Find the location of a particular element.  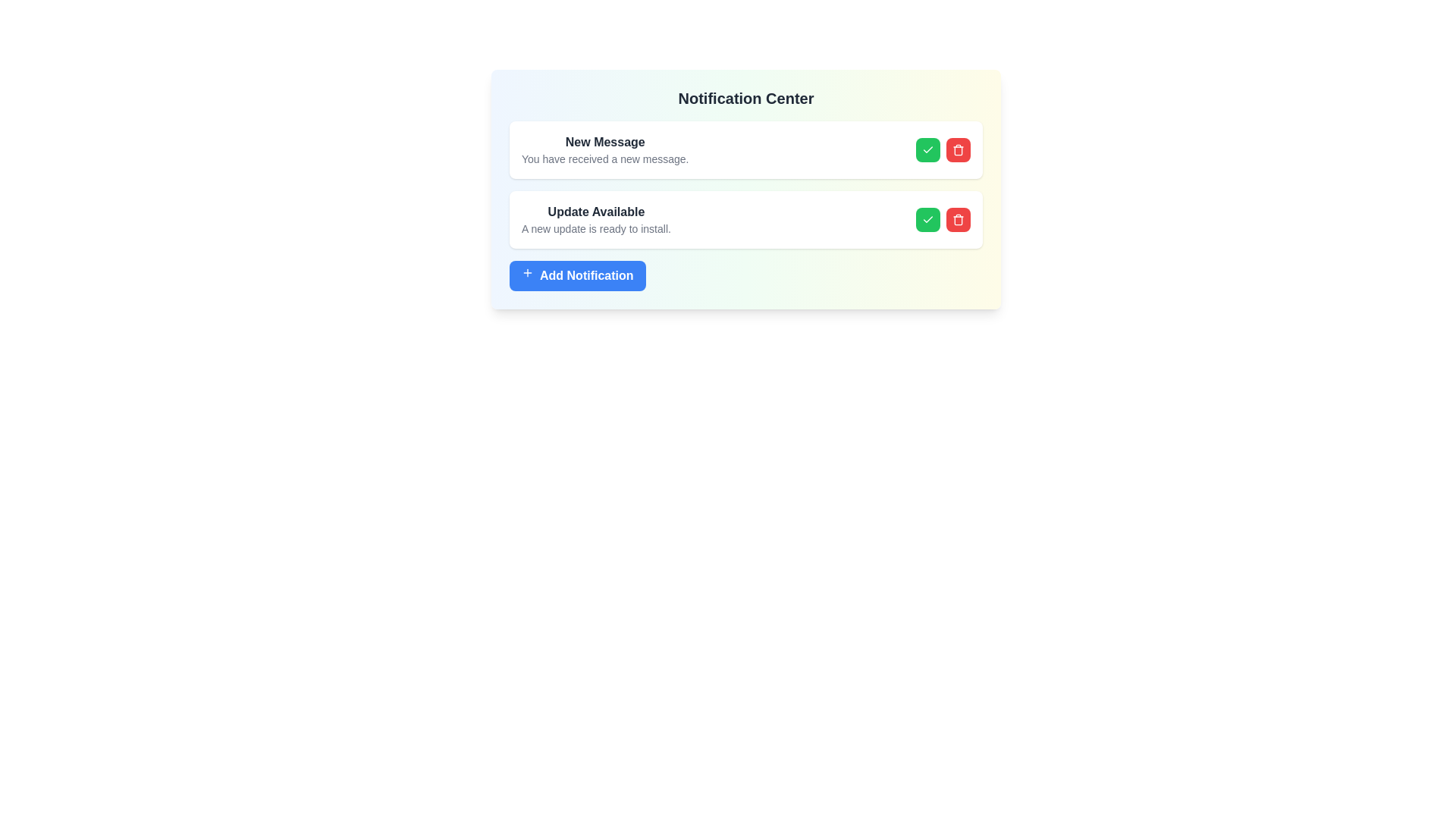

the green checkmark icon button, which has a white checkmark symbol and is located to the right of the 'New Message' notification text in the 'Notification Center' interface, to acknowledge or confirm the notification is located at coordinates (927, 149).